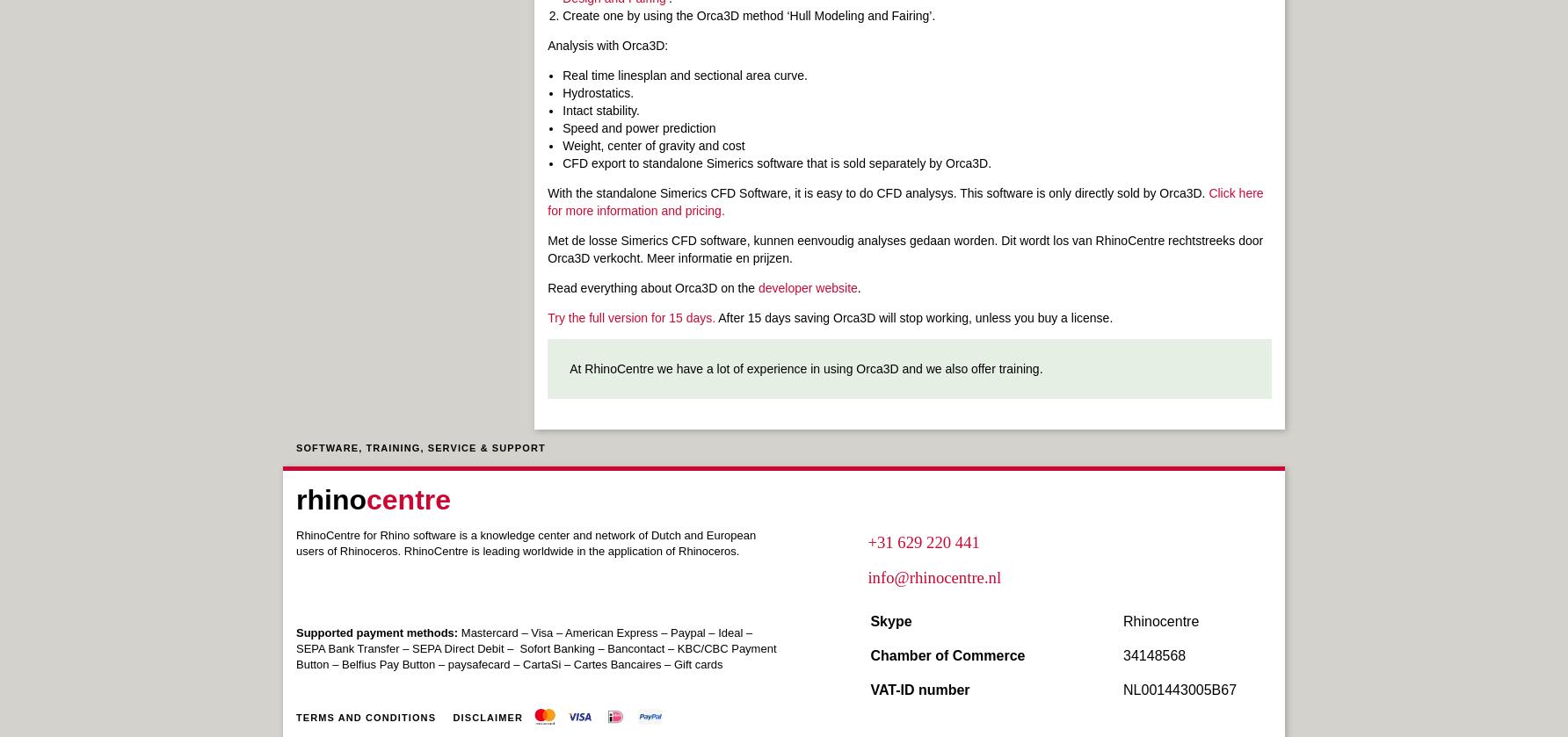 The image size is (1568, 737). Describe the element at coordinates (748, 16) in the screenshot. I see `'Create one by using the Orca3D method ‘Hull Modeling and Fairing’.'` at that location.